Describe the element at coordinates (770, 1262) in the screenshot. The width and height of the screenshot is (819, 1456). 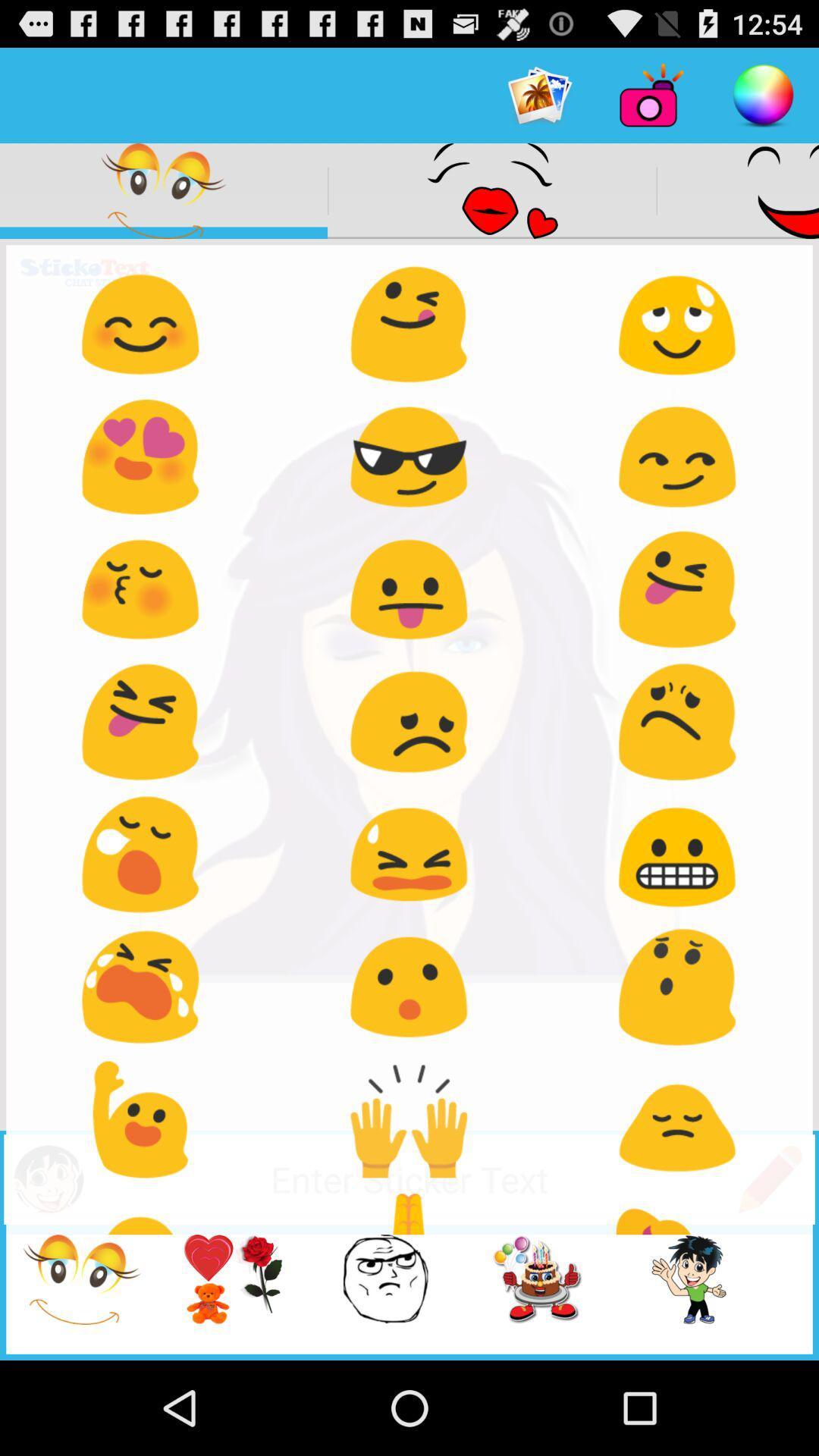
I see `the edit icon` at that location.